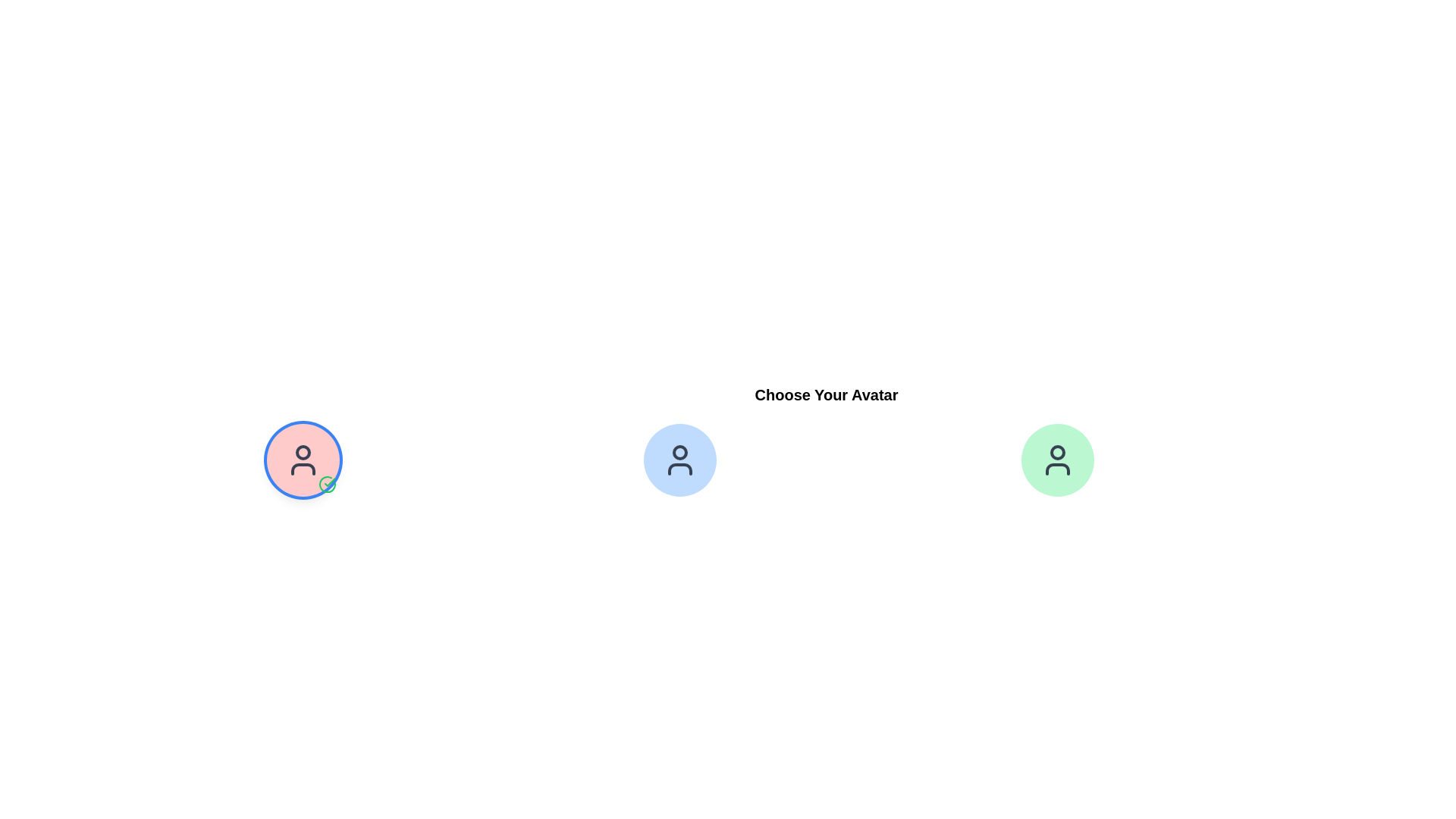 The height and width of the screenshot is (819, 1456). What do you see at coordinates (327, 485) in the screenshot?
I see `the circular green checkmark icon located at the bottom-right corner of the user icon within a pink background` at bounding box center [327, 485].